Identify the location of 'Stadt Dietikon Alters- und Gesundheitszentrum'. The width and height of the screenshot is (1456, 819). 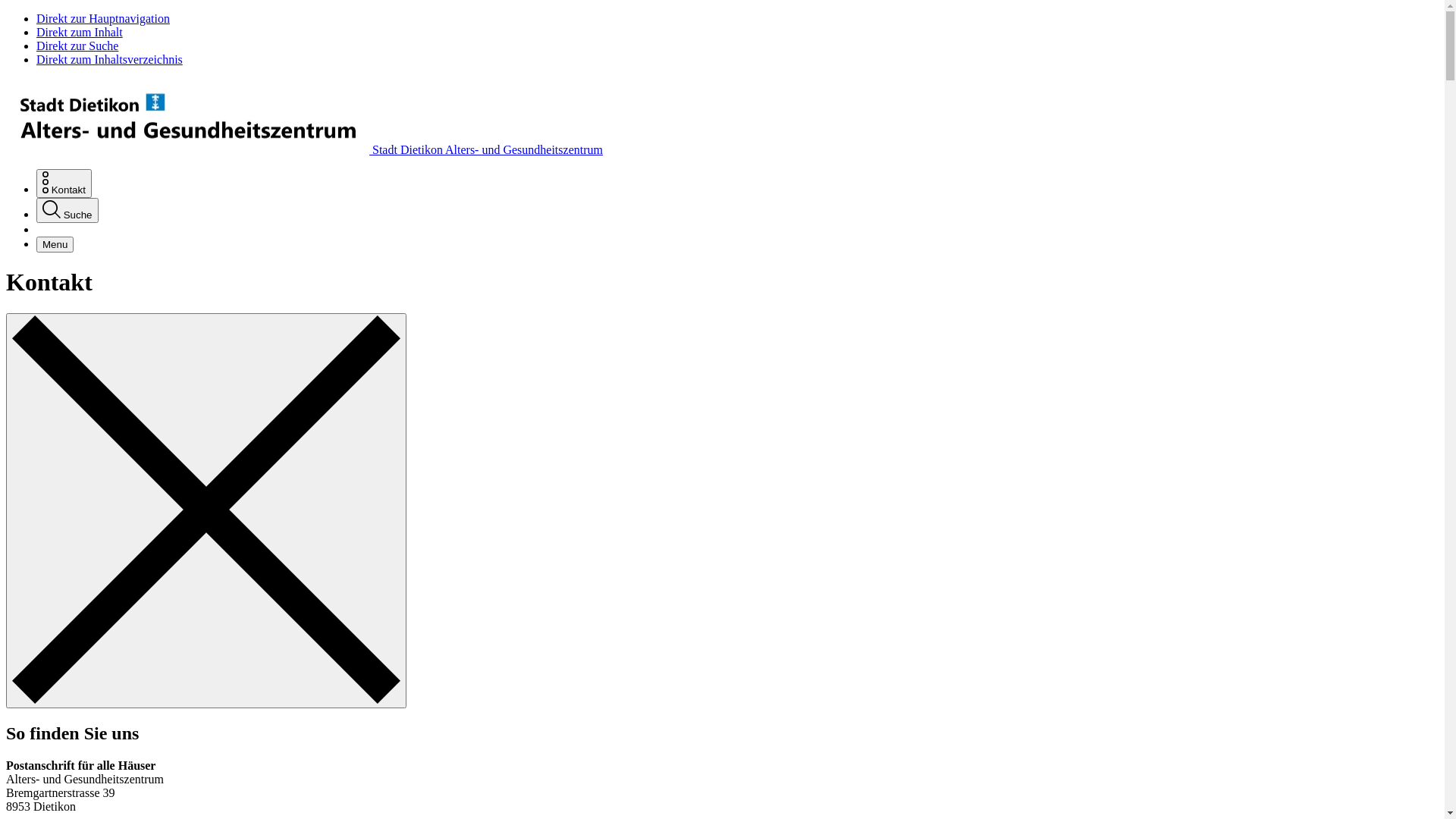
(303, 149).